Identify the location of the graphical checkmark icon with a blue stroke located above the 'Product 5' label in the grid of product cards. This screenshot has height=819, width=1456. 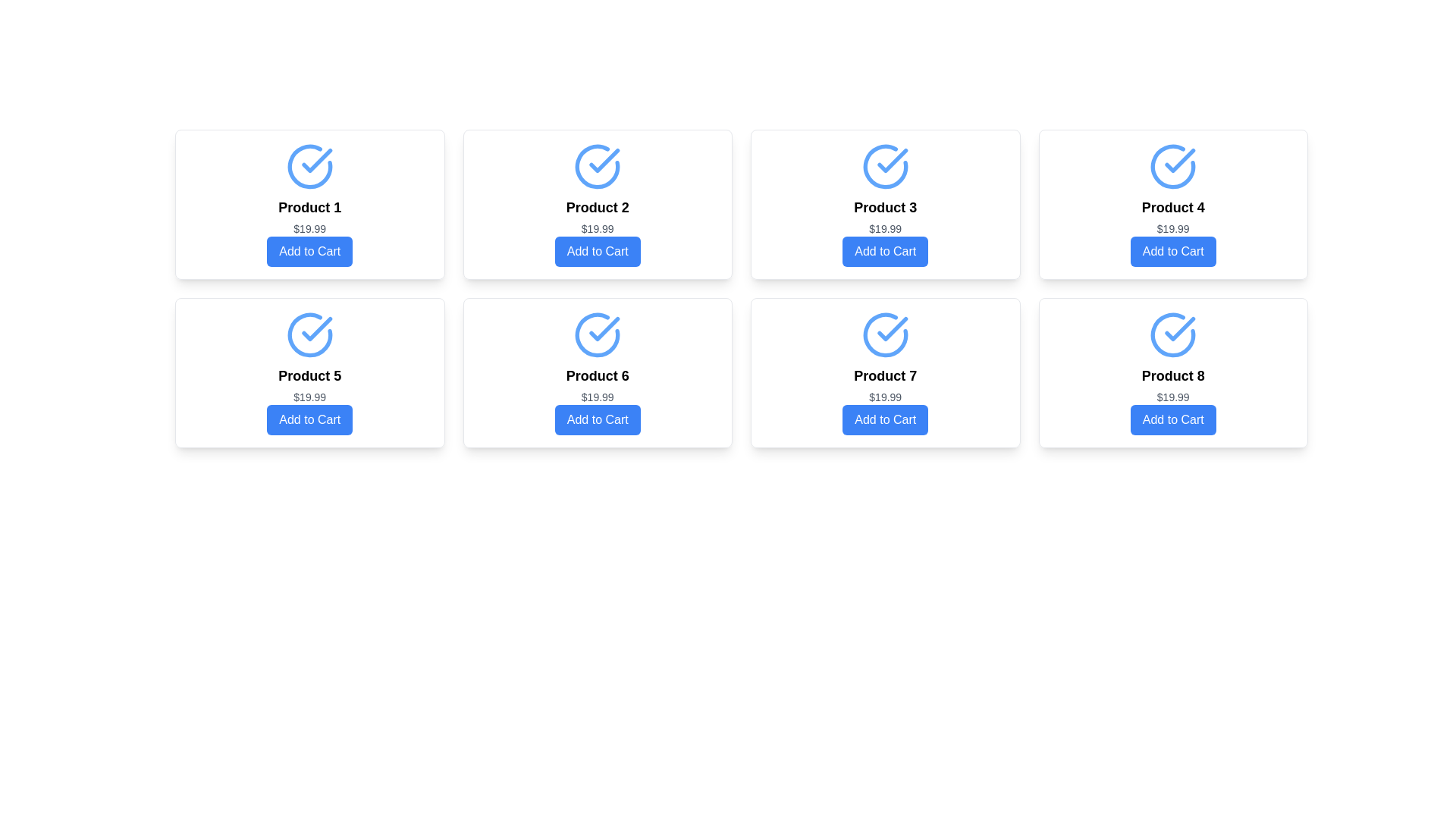
(315, 328).